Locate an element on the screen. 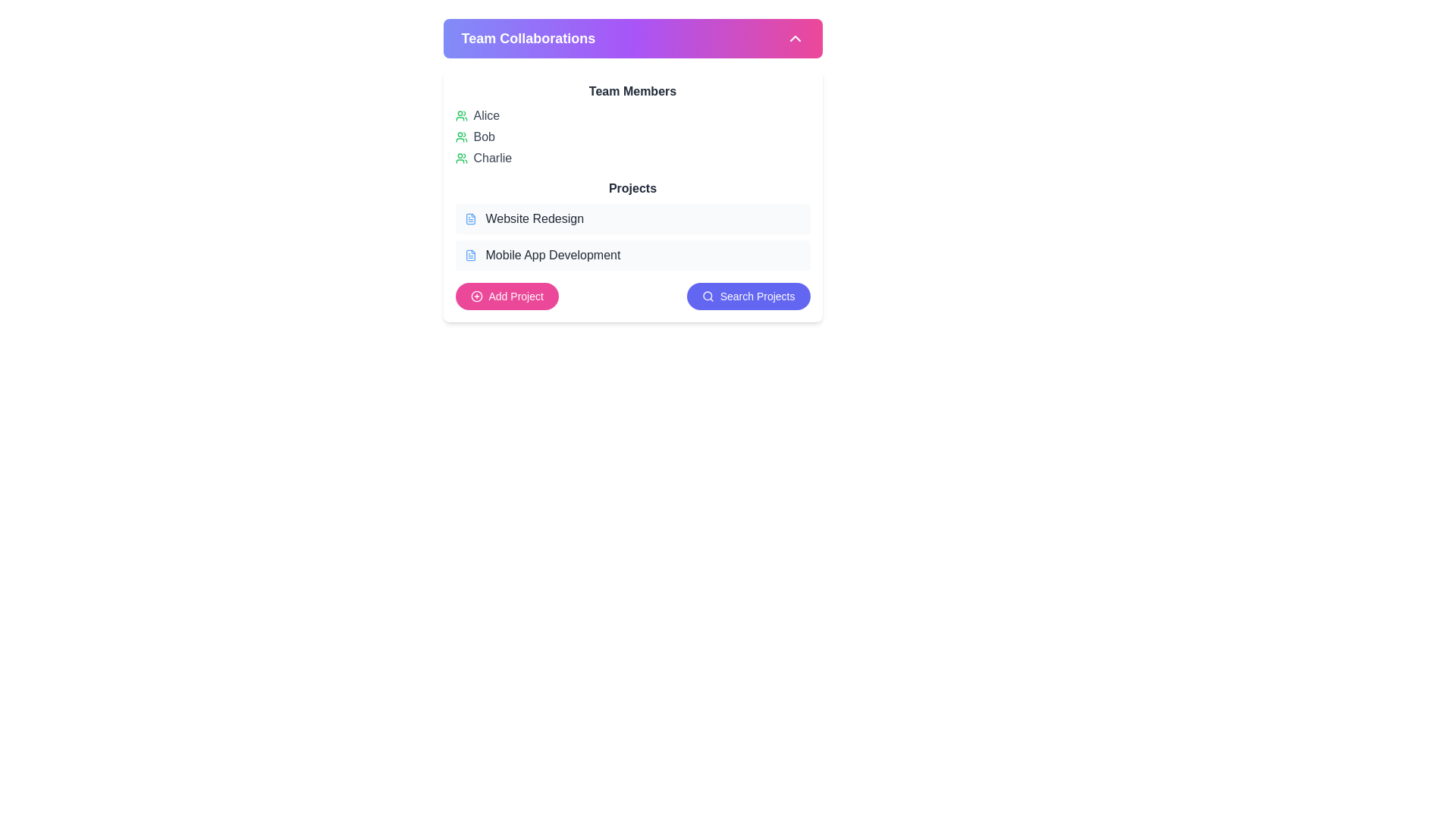 This screenshot has width=1456, height=819. text of the header label for the projects section located between the 'Team Members' heading and the project links 'Website Redesign' and 'Mobile App Development' is located at coordinates (632, 188).